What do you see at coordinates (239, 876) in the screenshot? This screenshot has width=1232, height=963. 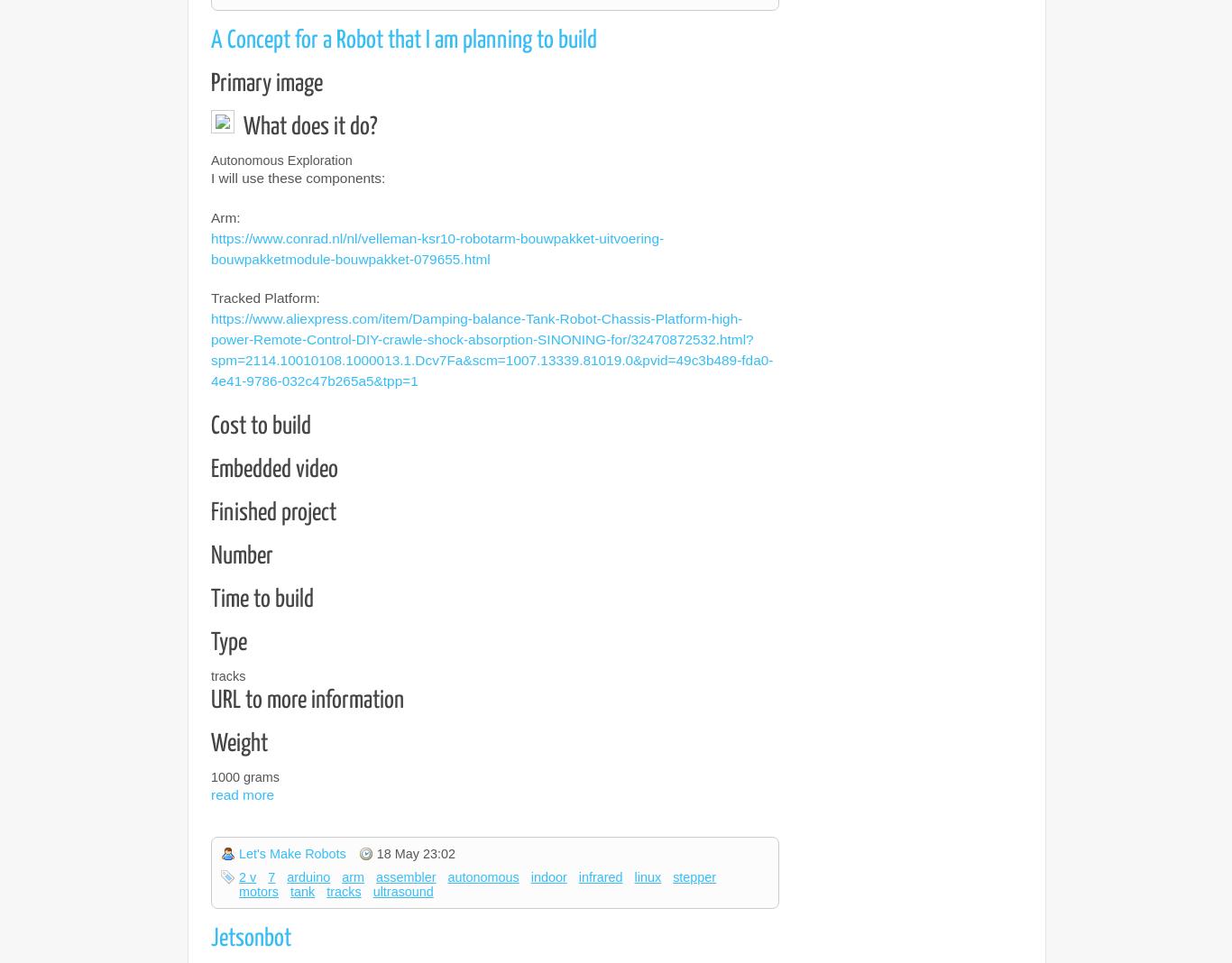 I see `'2 v'` at bounding box center [239, 876].